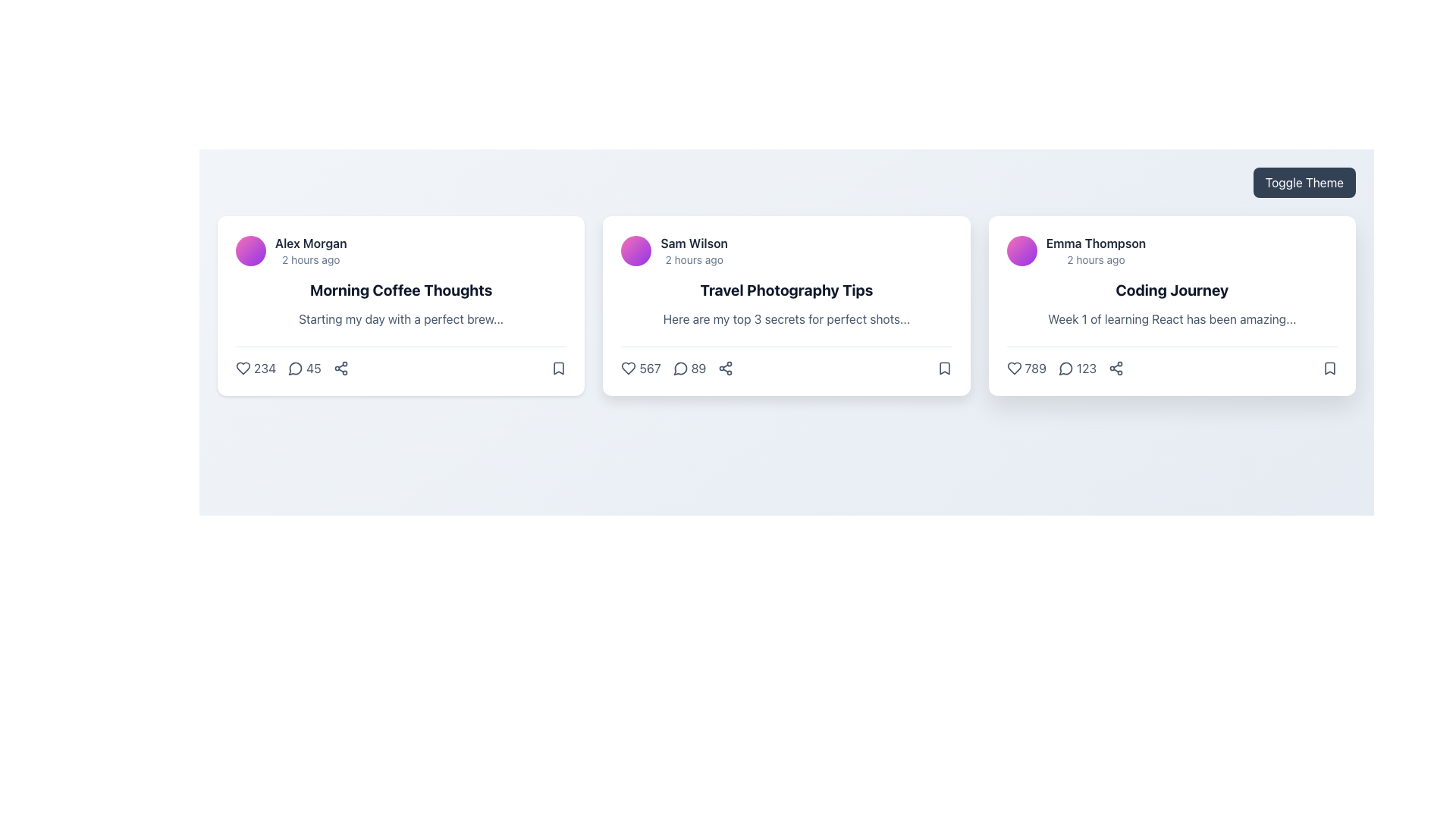 This screenshot has width=1456, height=819. Describe the element at coordinates (296, 369) in the screenshot. I see `the Comment or Message icon located to the right of the heart icon and number '234', and to the left of the number '45'` at that location.